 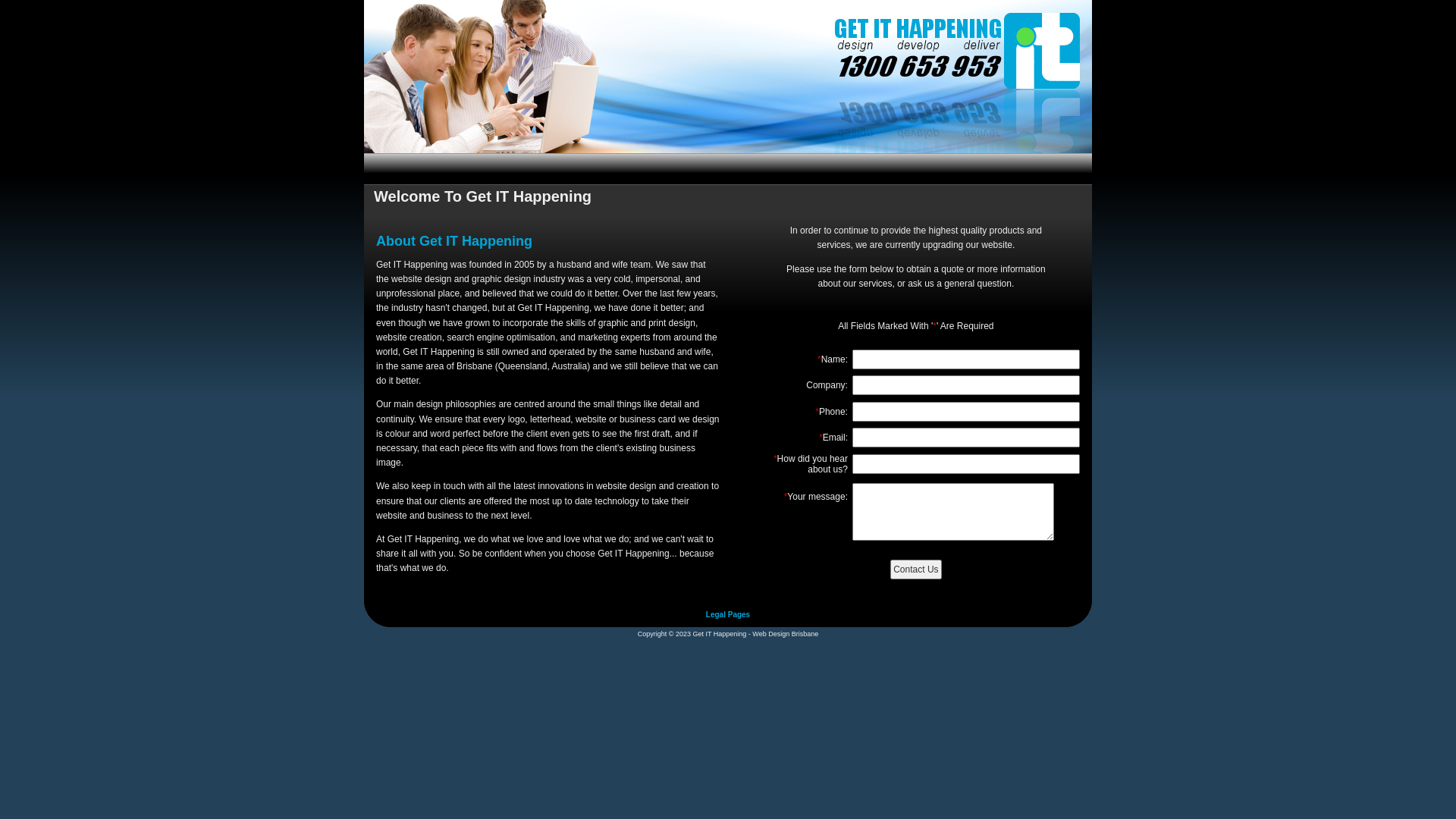 I want to click on 'Legal Pages', so click(x=728, y=614).